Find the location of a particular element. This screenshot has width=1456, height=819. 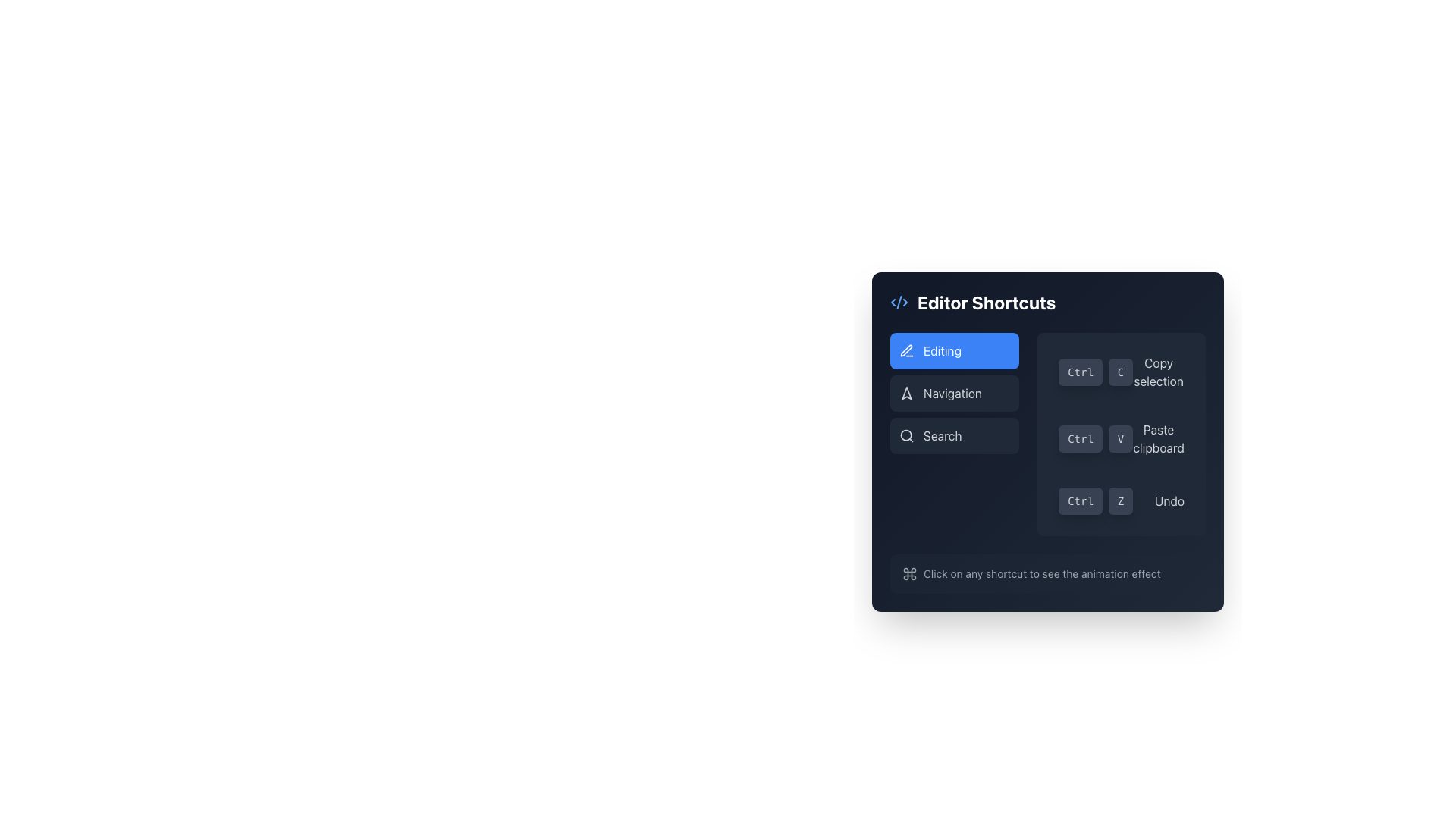

the 'Search' button, which has a dark gray background and light gray text, to initiate the search is located at coordinates (954, 435).